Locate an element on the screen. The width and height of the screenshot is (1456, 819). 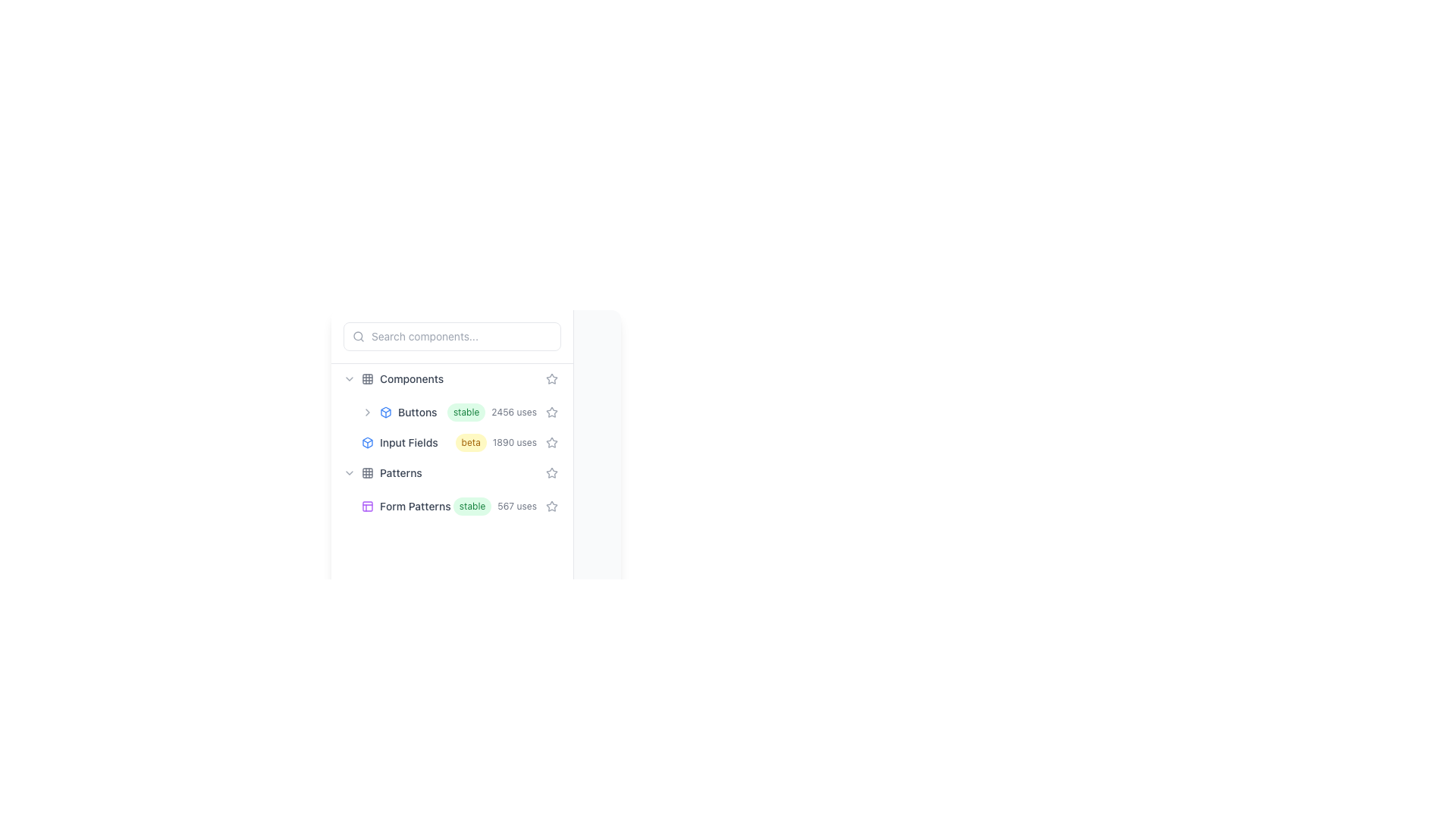
the numeric indicator text label that displays the usage count for 'Form Patterns', located to the center-right side of the section, following the green 'stable' badge and preceding the star icon is located at coordinates (517, 506).